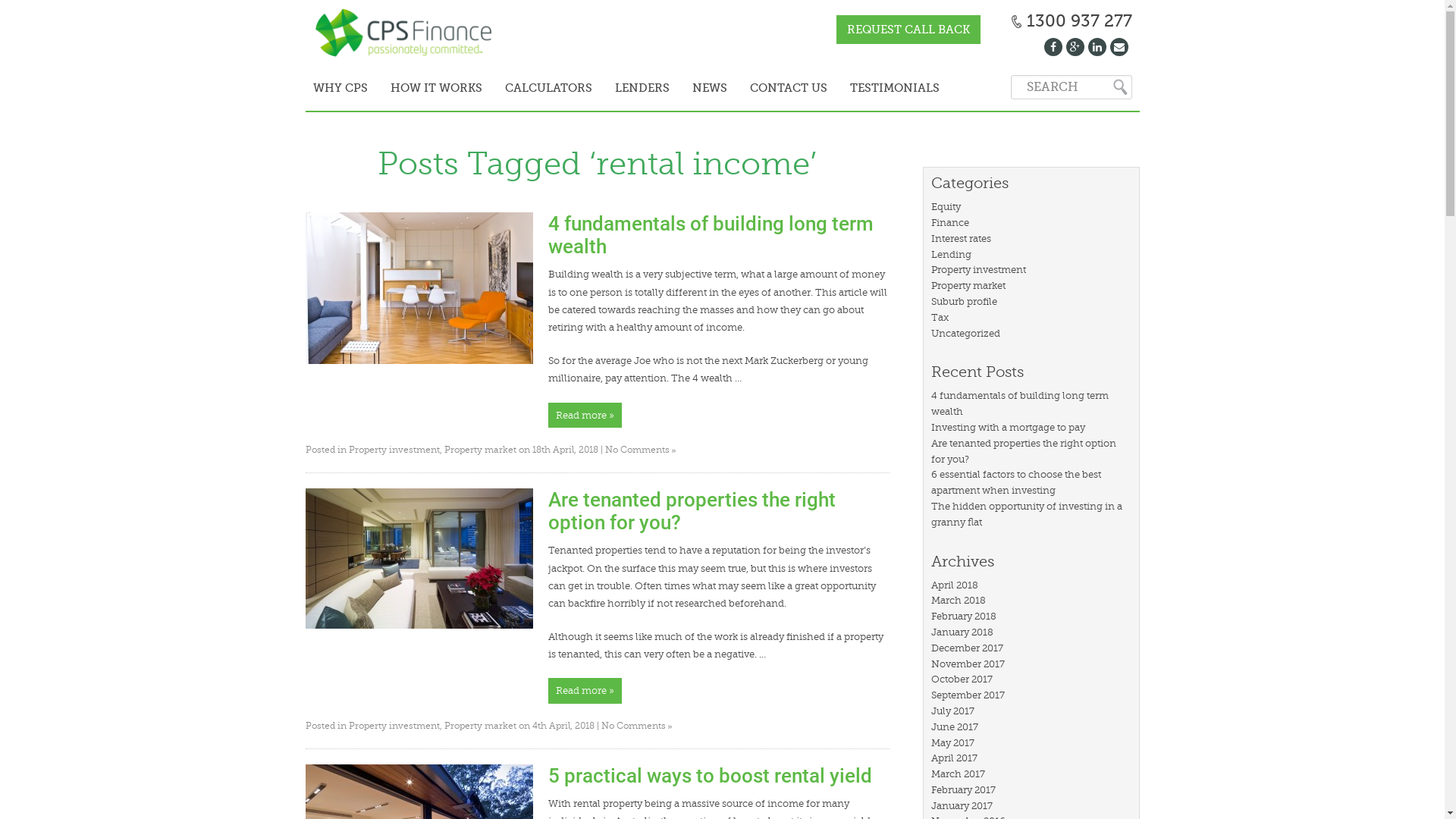  I want to click on 'September 2017', so click(930, 695).